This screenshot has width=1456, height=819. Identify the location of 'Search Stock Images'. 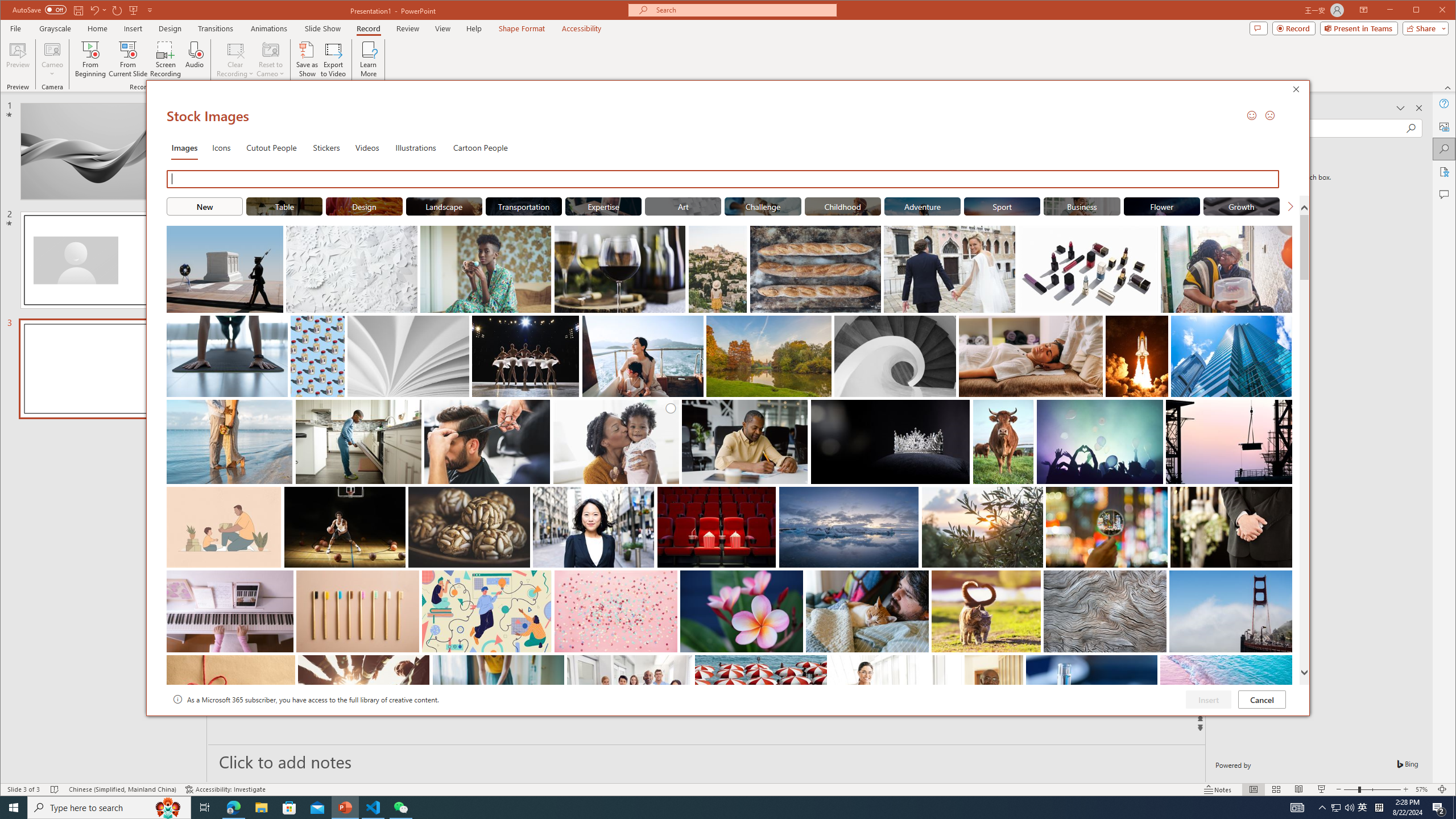
(724, 179).